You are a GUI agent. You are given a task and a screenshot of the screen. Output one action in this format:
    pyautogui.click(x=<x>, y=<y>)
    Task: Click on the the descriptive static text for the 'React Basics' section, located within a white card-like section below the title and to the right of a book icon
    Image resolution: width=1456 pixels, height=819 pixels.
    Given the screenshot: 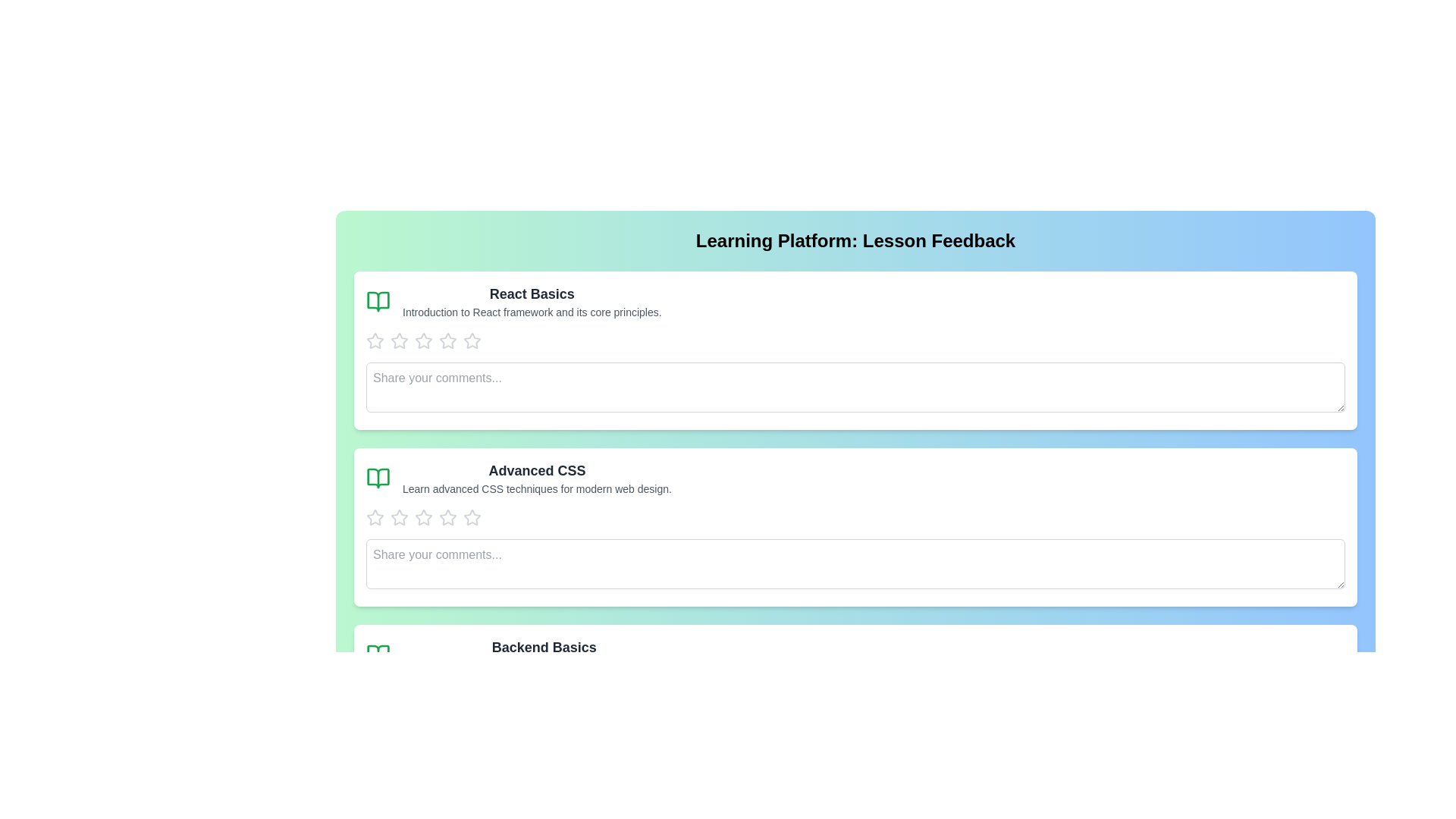 What is the action you would take?
    pyautogui.click(x=532, y=312)
    